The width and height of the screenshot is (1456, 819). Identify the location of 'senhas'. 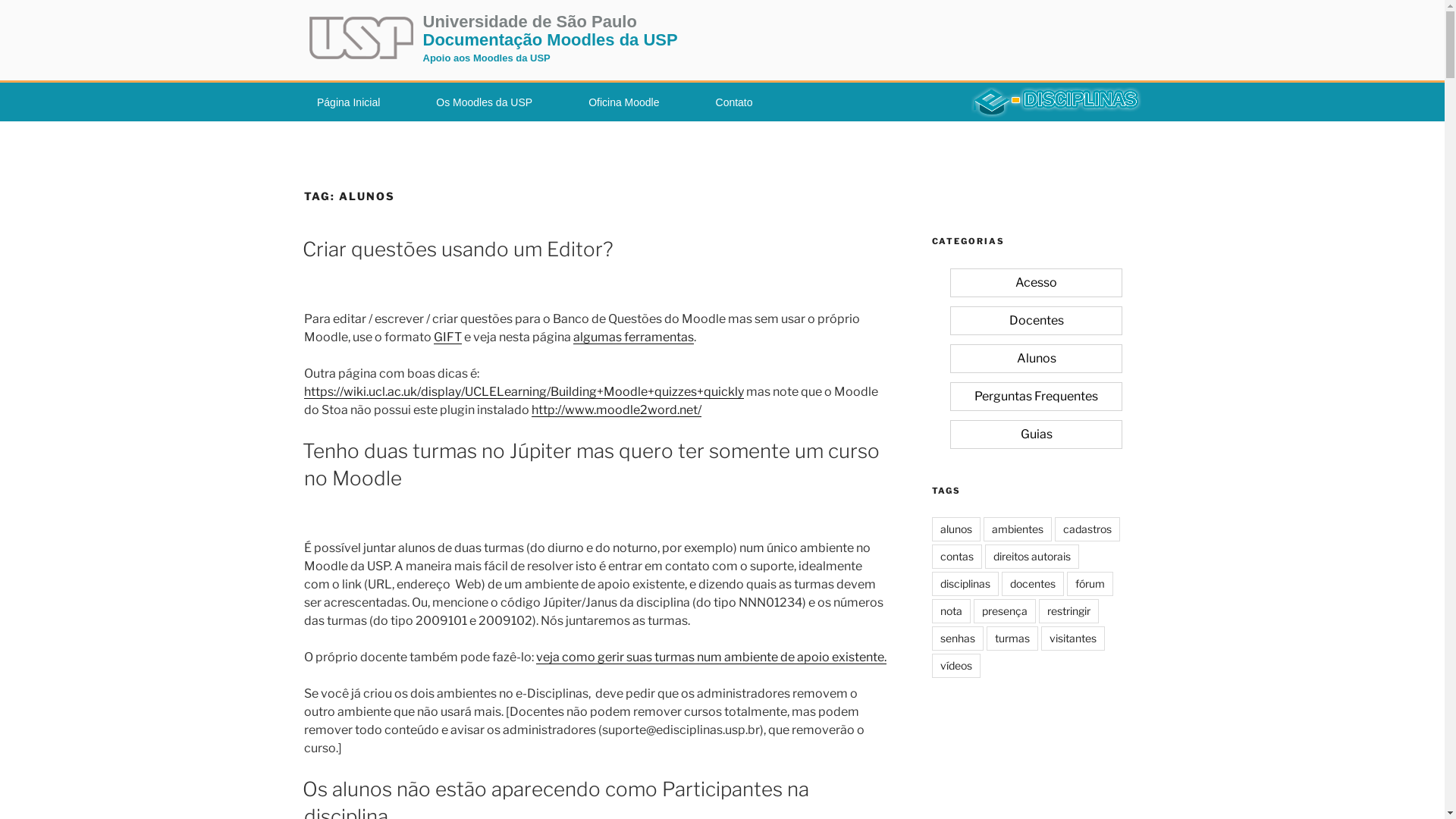
(956, 638).